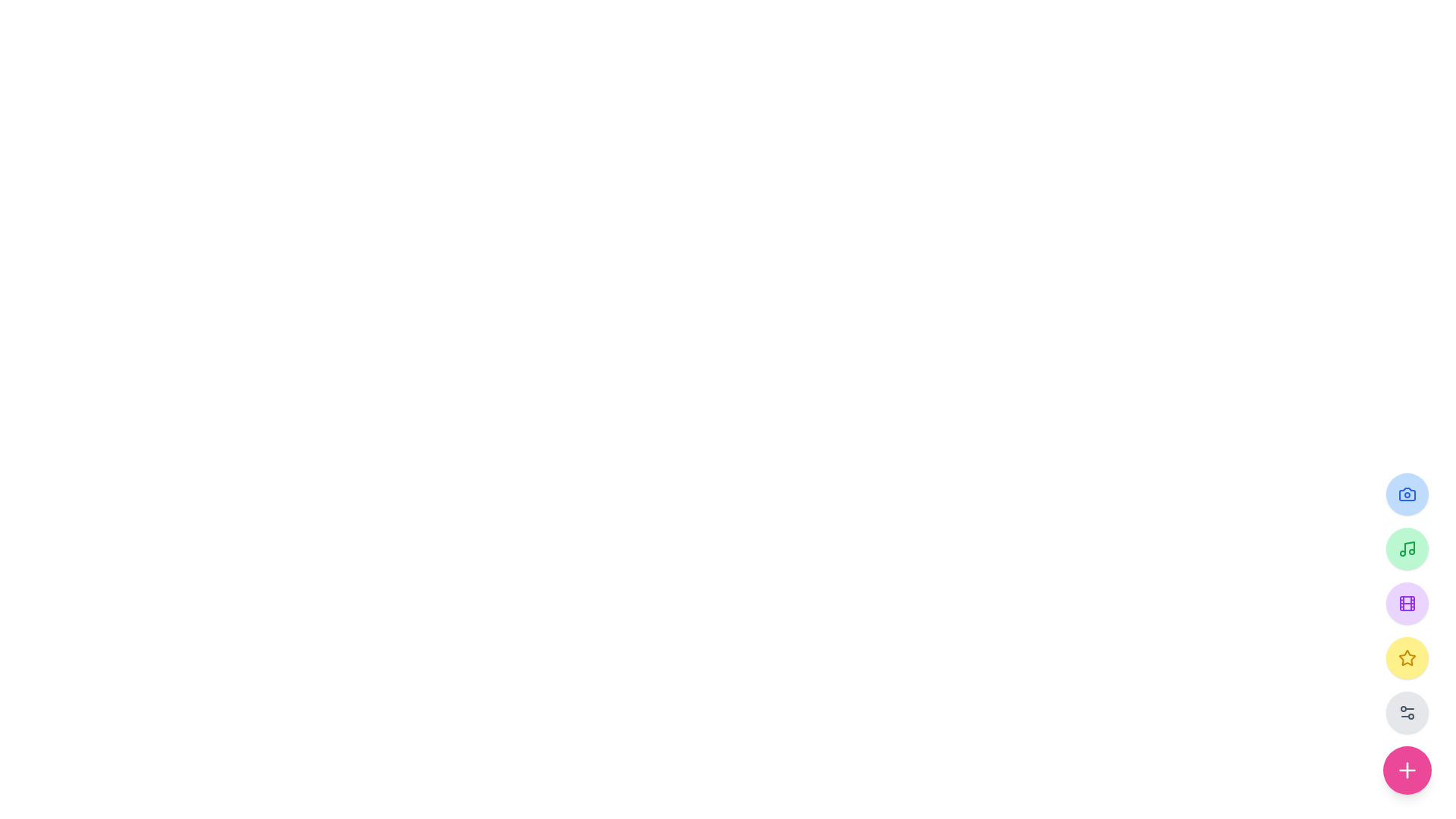 The width and height of the screenshot is (1456, 819). I want to click on the button located at the bottom-right corner of the interface, which has a plus icon and is the last icon in a vertical stack of circular icons, so click(1407, 770).